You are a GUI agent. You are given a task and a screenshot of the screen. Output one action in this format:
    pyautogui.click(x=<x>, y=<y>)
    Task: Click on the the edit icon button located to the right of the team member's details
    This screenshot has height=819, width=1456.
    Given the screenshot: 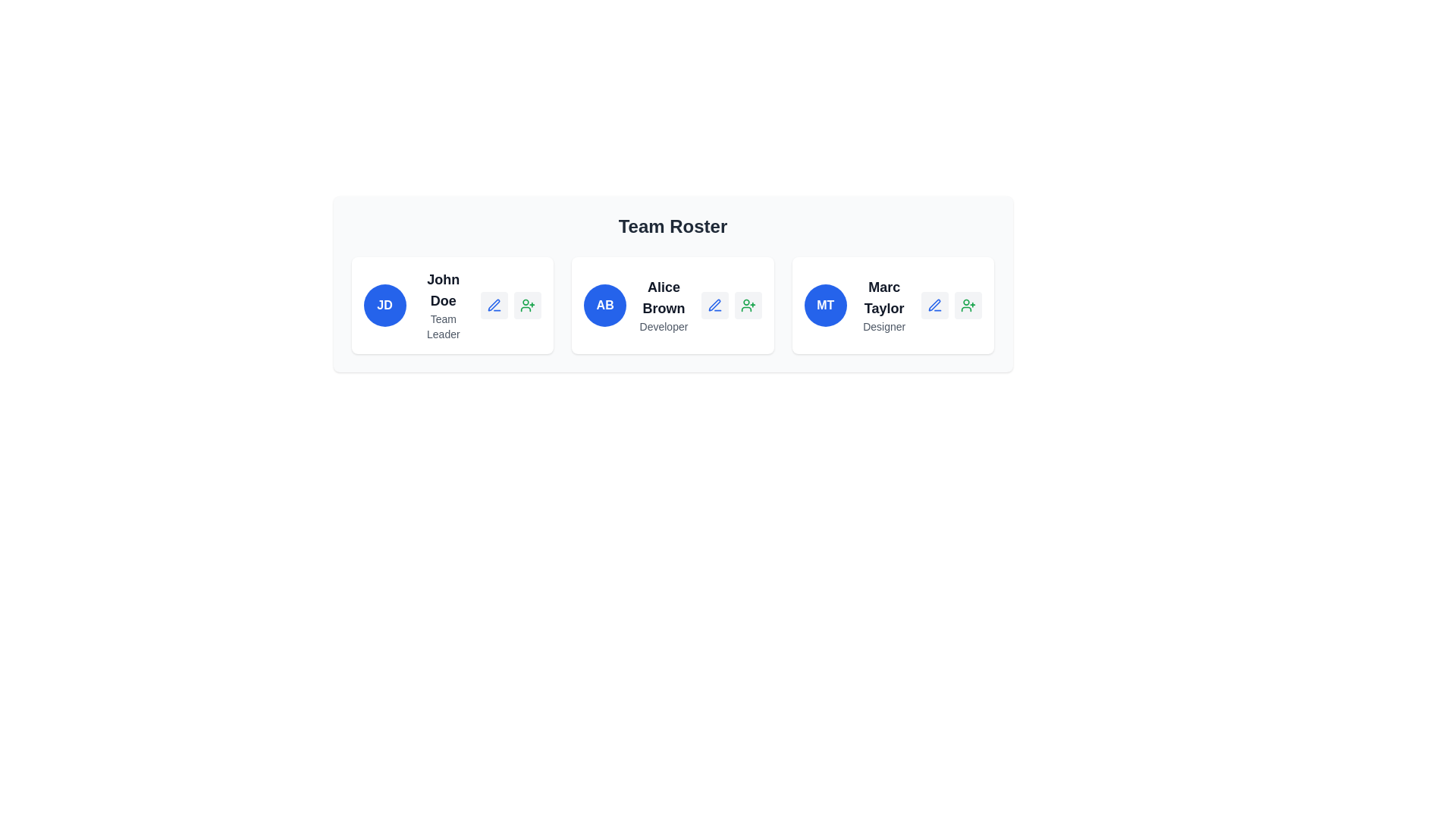 What is the action you would take?
    pyautogui.click(x=934, y=305)
    